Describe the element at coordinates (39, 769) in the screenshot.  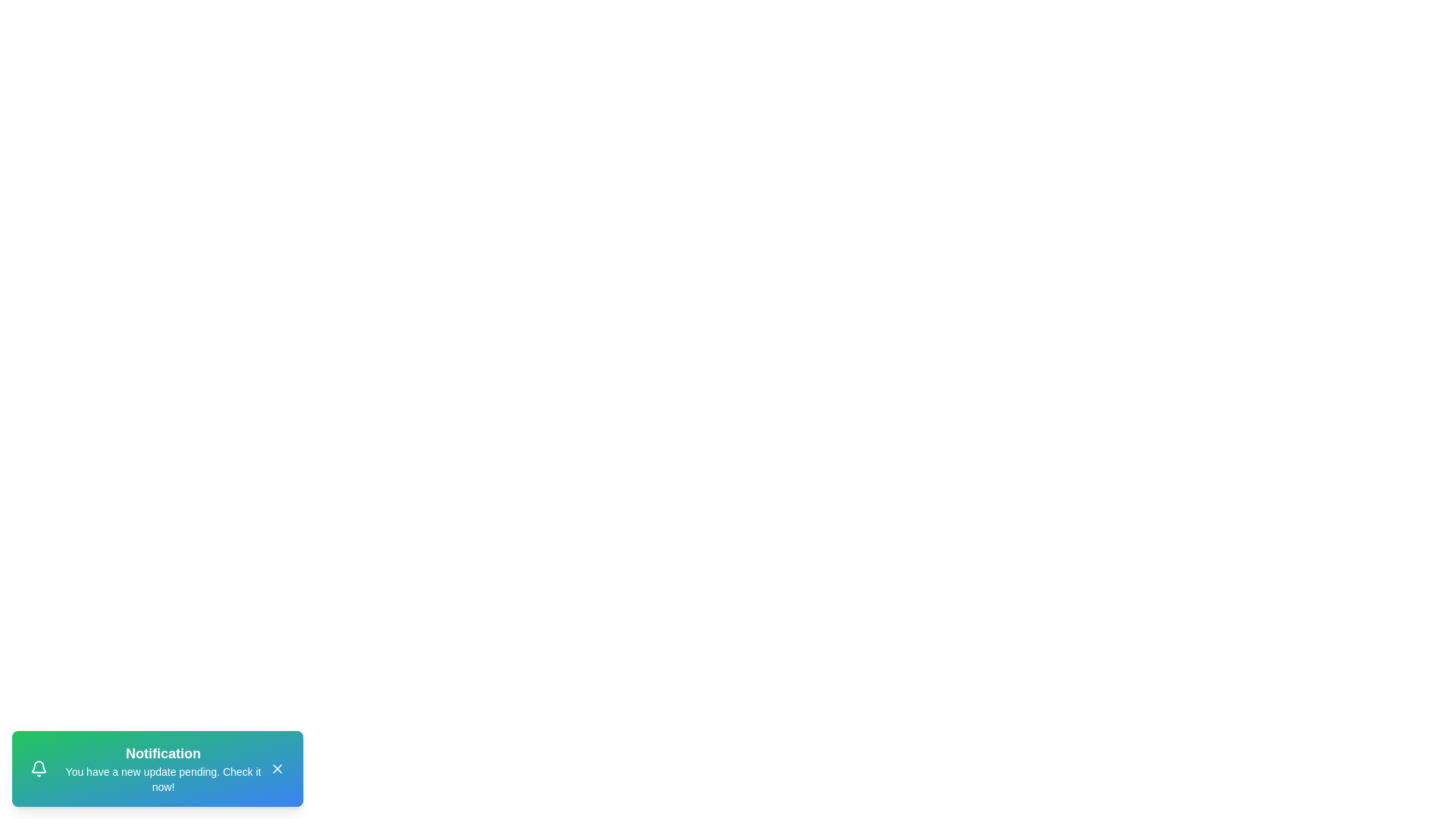
I see `the notification icon to observe its details` at that location.